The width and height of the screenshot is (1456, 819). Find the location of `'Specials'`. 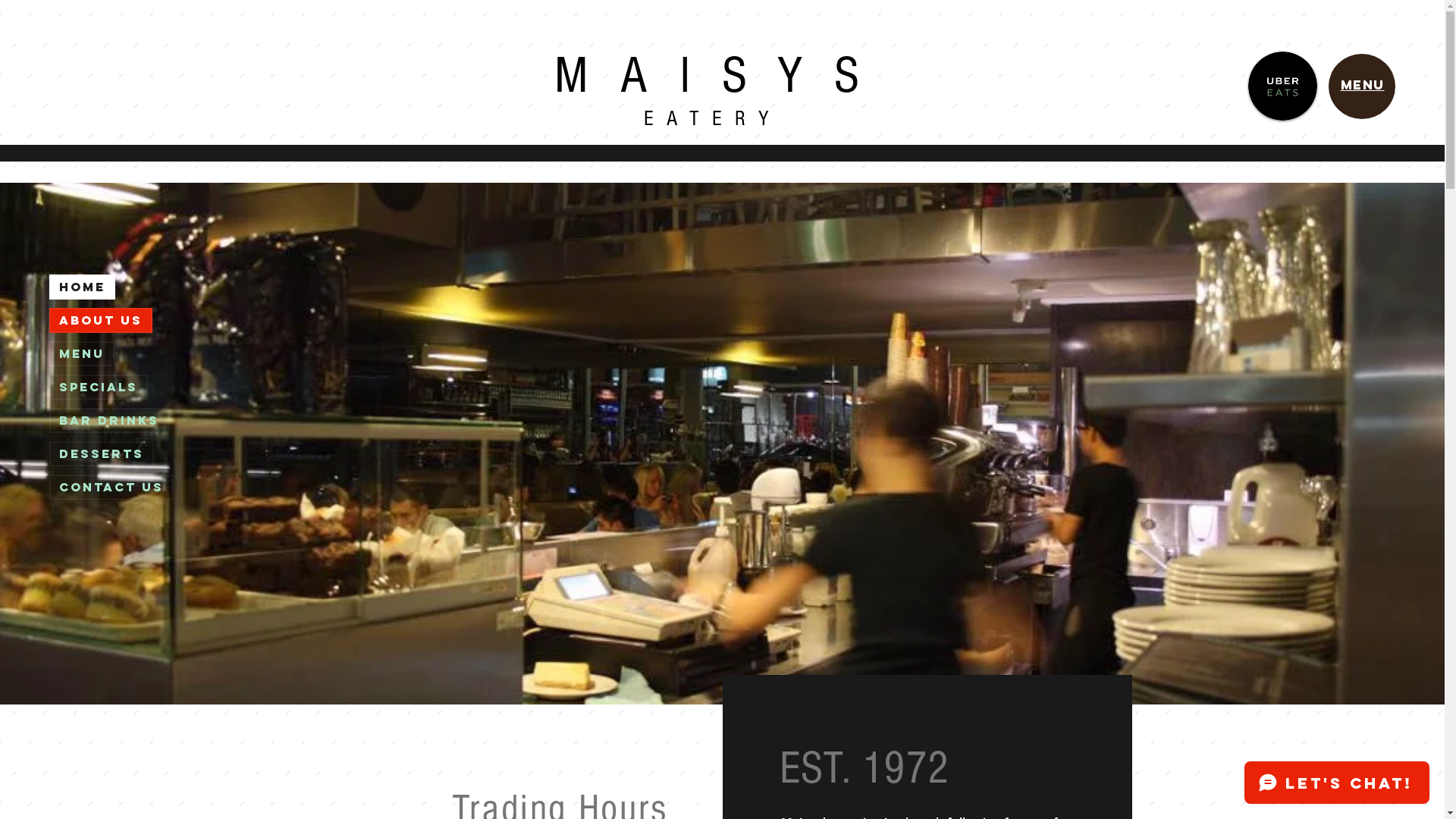

'Specials' is located at coordinates (97, 386).